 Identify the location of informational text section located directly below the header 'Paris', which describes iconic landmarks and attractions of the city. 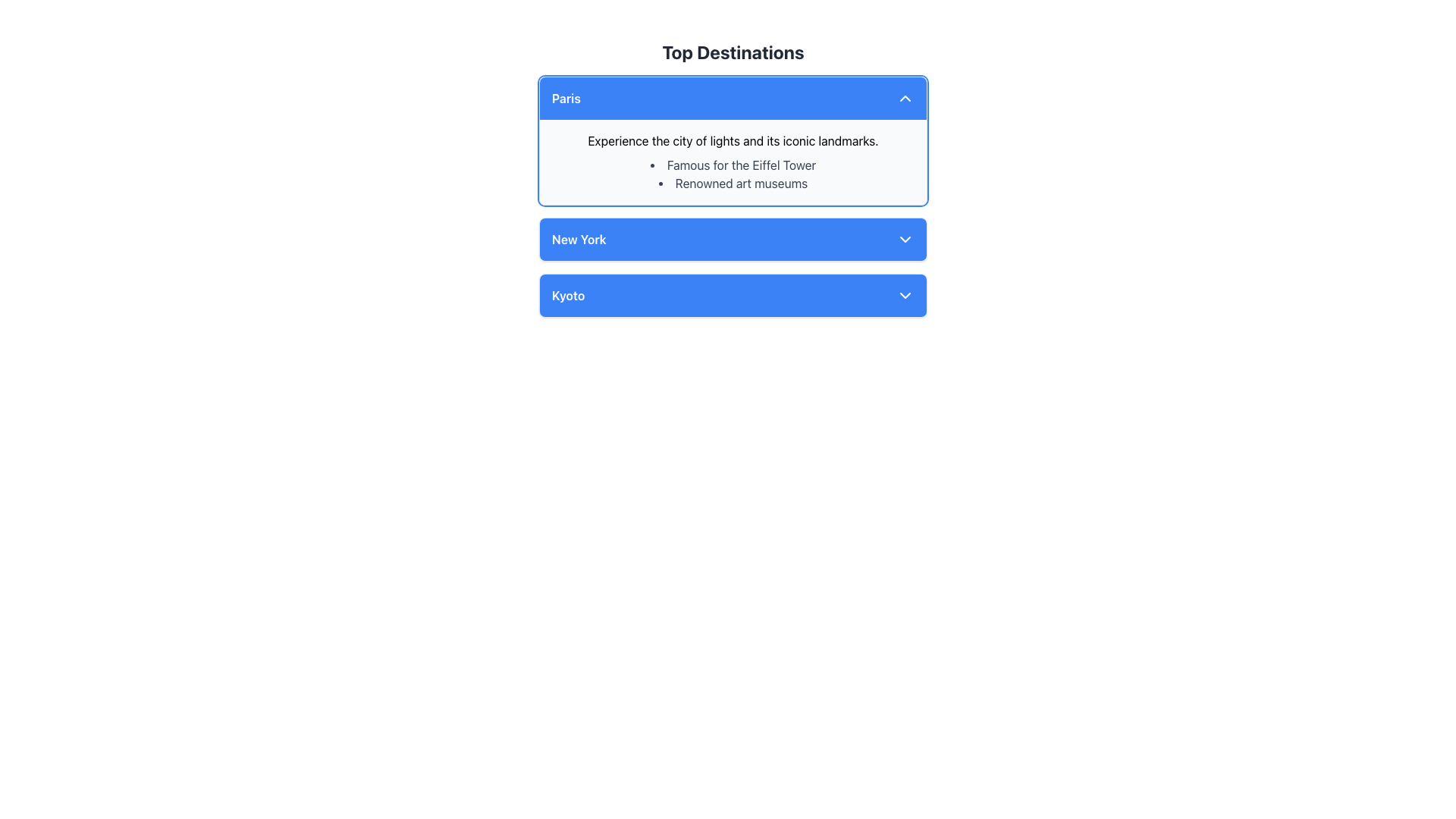
(733, 162).